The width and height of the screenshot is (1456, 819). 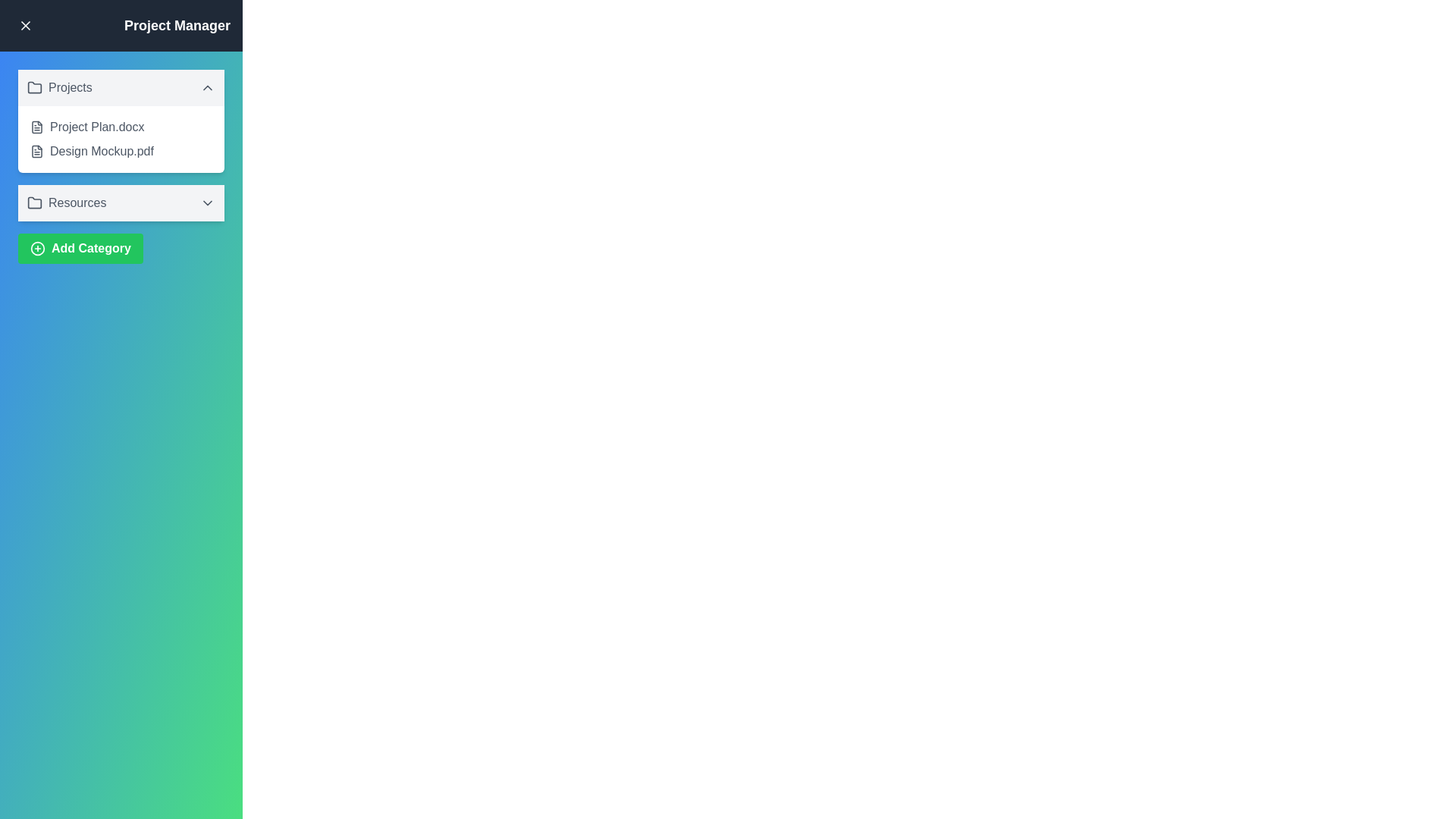 What do you see at coordinates (120, 140) in the screenshot?
I see `the textual list element displaying project-related files located under the 'Projects' header` at bounding box center [120, 140].